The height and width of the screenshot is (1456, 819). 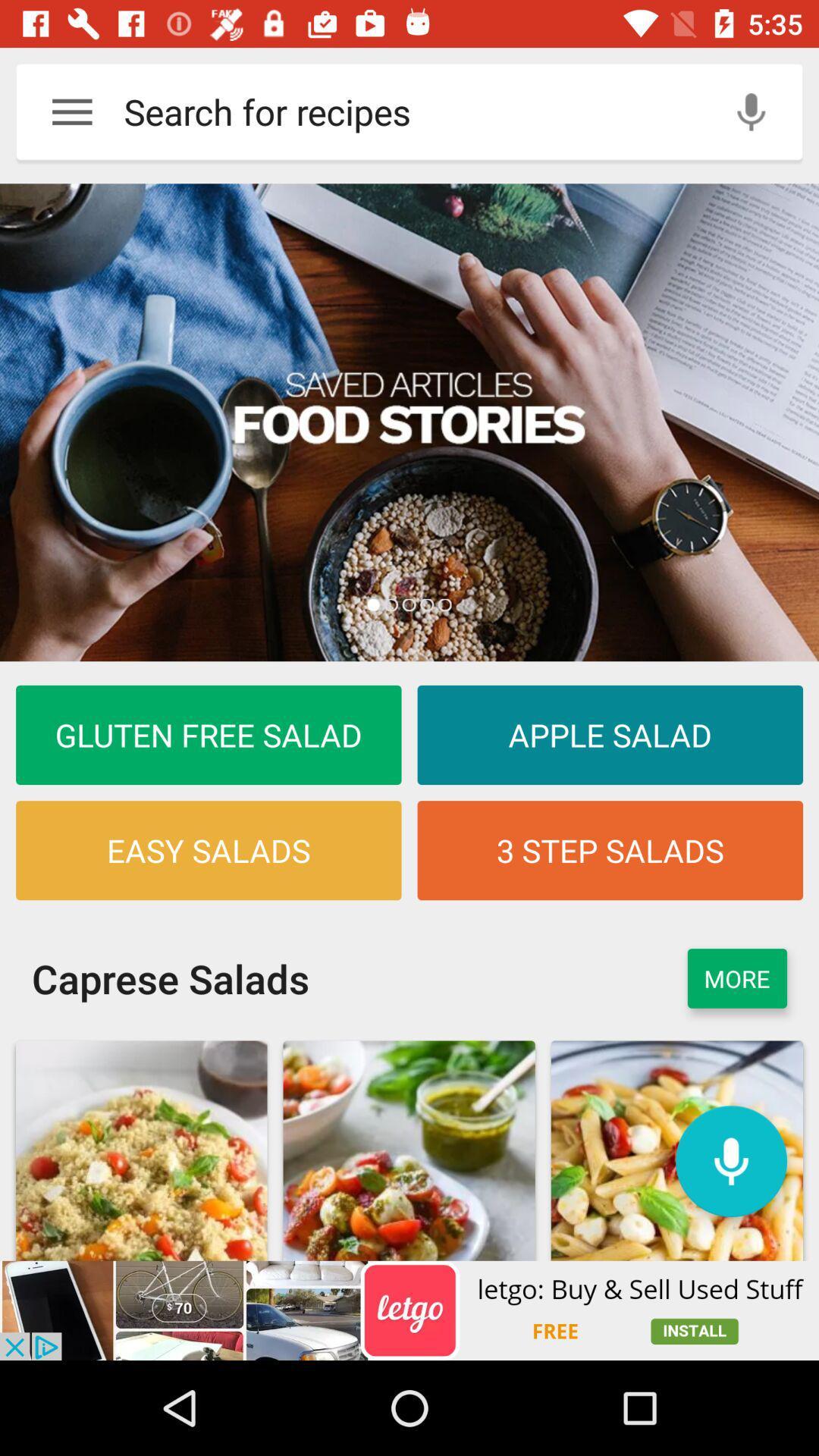 What do you see at coordinates (751, 111) in the screenshot?
I see `the microphone icon` at bounding box center [751, 111].